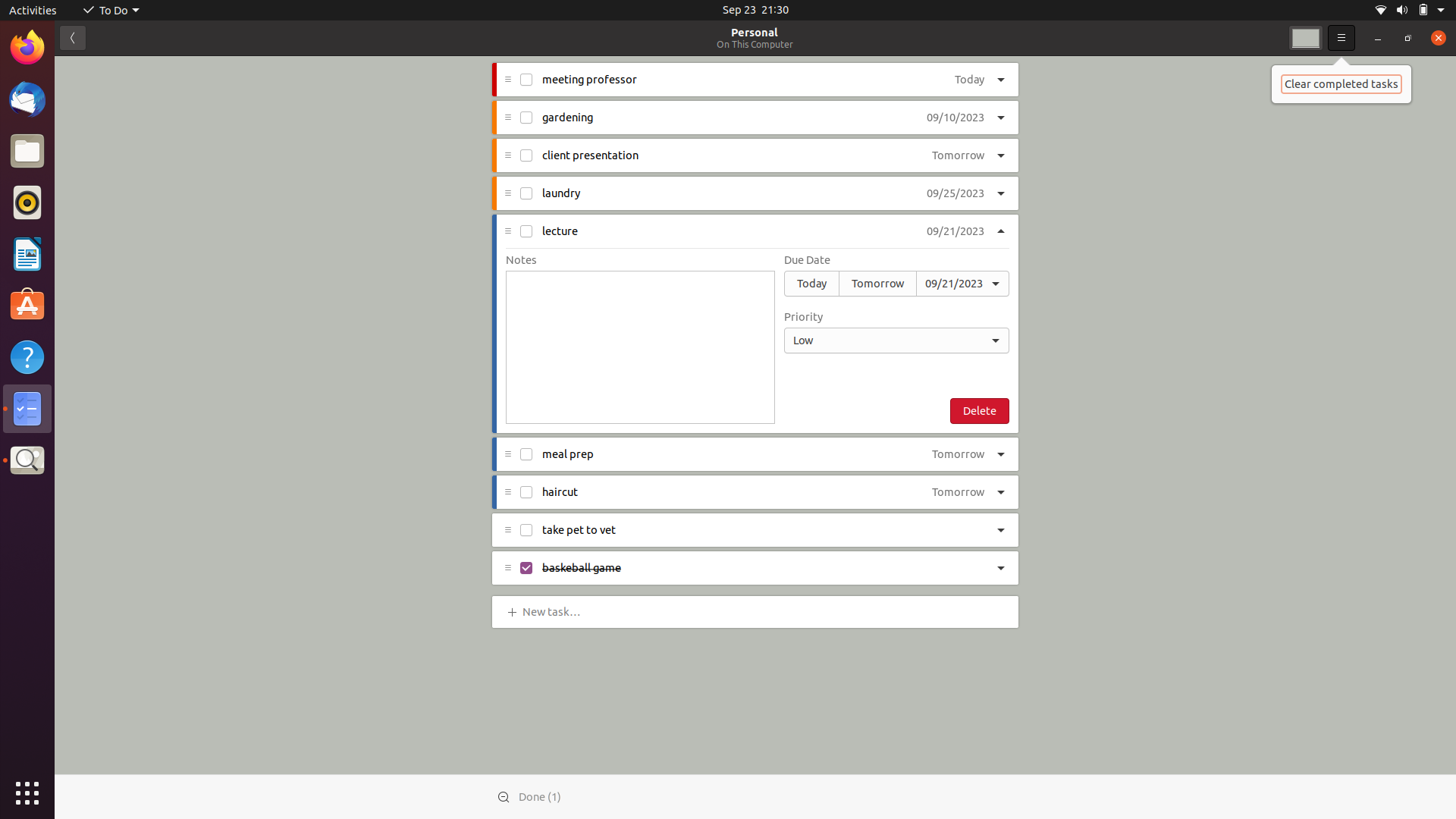  What do you see at coordinates (526, 569) in the screenshot?
I see `Finish the checkbox task for baseball game` at bounding box center [526, 569].